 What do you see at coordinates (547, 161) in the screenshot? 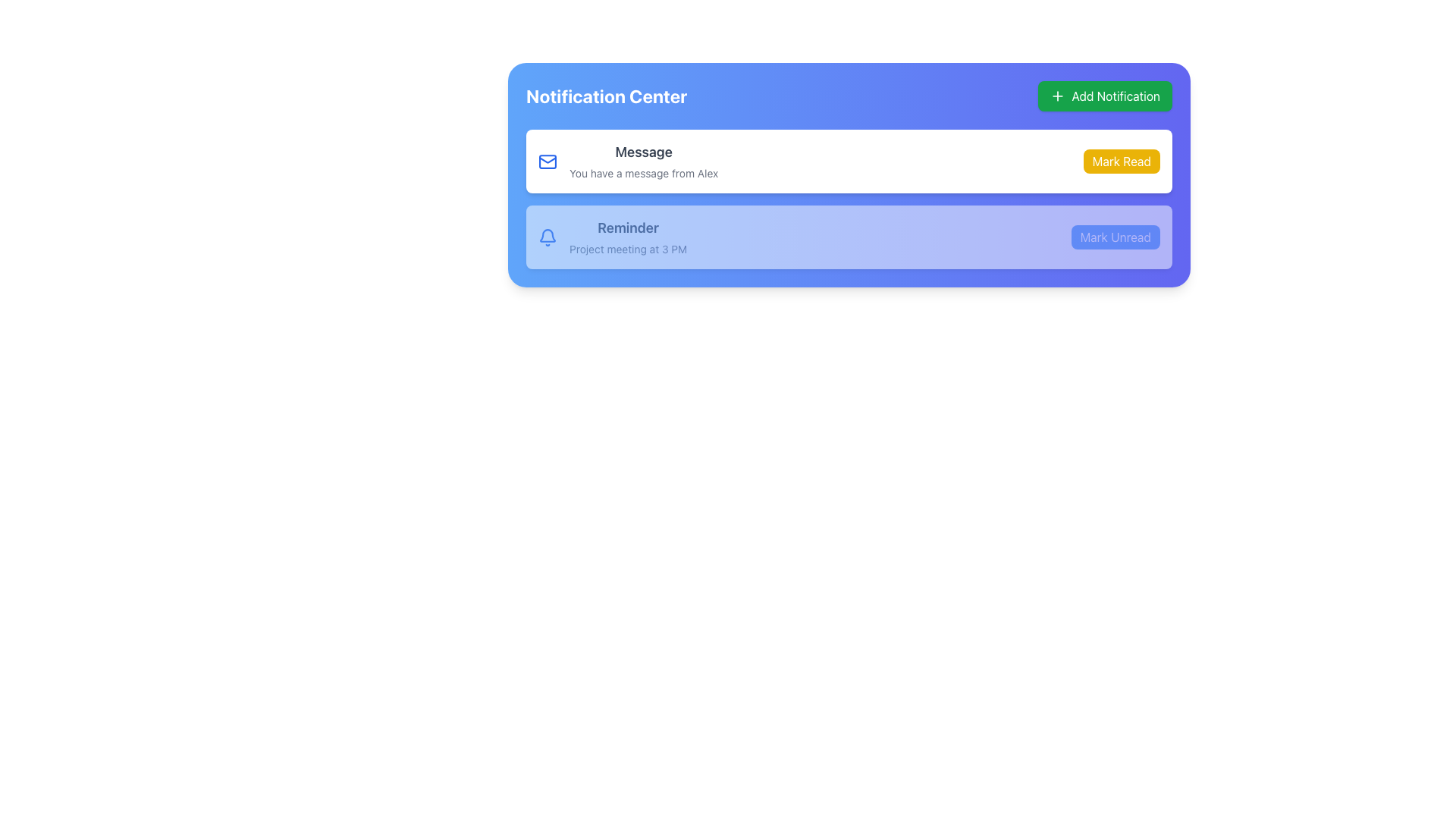
I see `the messaging/email notification icon located in the top-left corner of the notification card, adjacent to the text 'Message'` at bounding box center [547, 161].